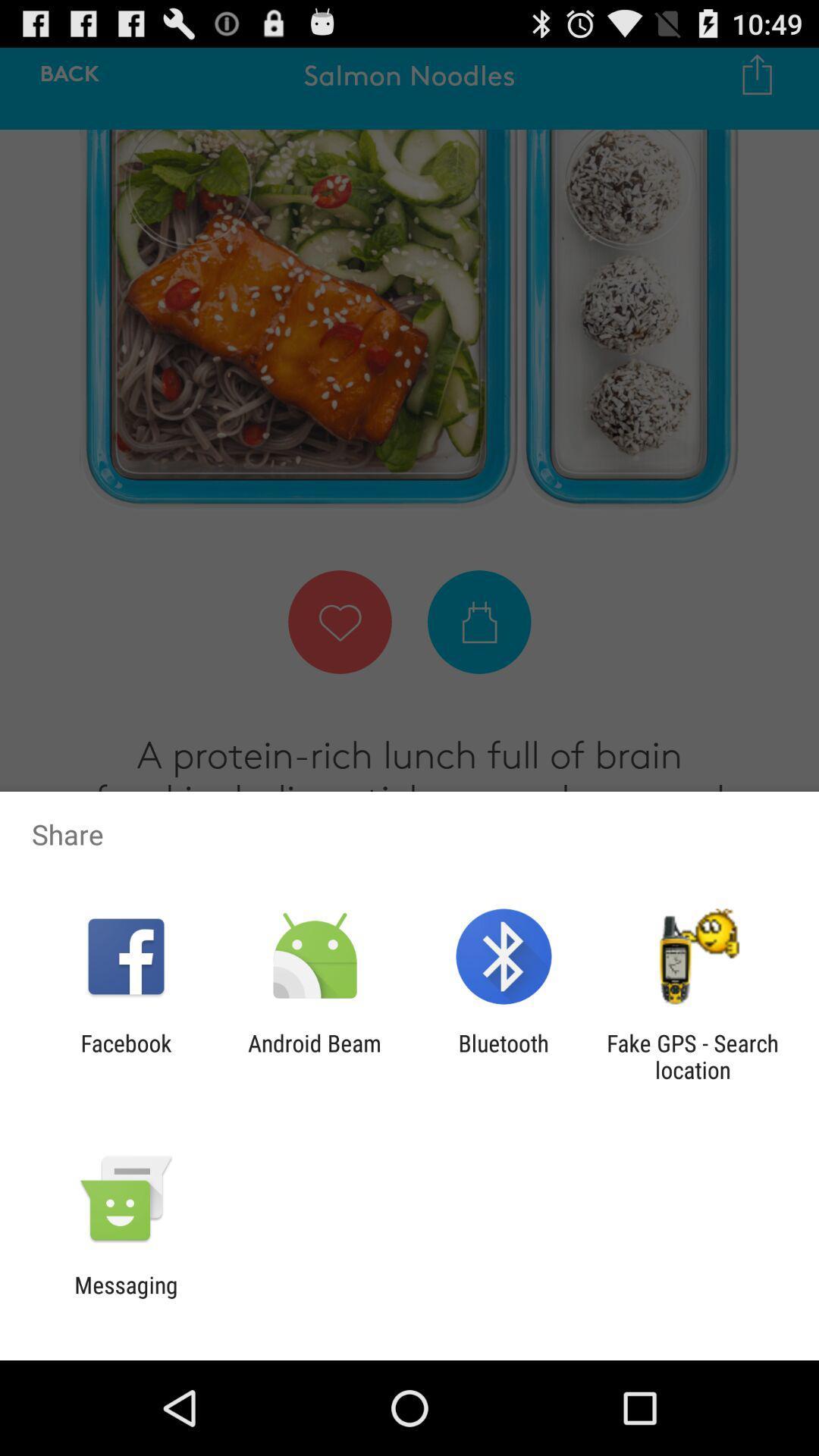 The width and height of the screenshot is (819, 1456). What do you see at coordinates (125, 1056) in the screenshot?
I see `the icon to the left of android beam app` at bounding box center [125, 1056].